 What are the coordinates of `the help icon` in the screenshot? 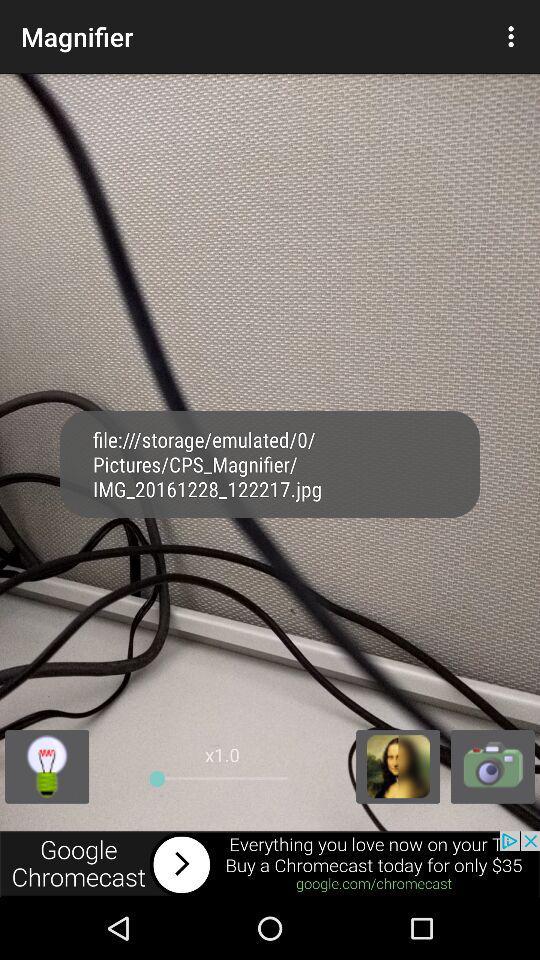 It's located at (47, 820).